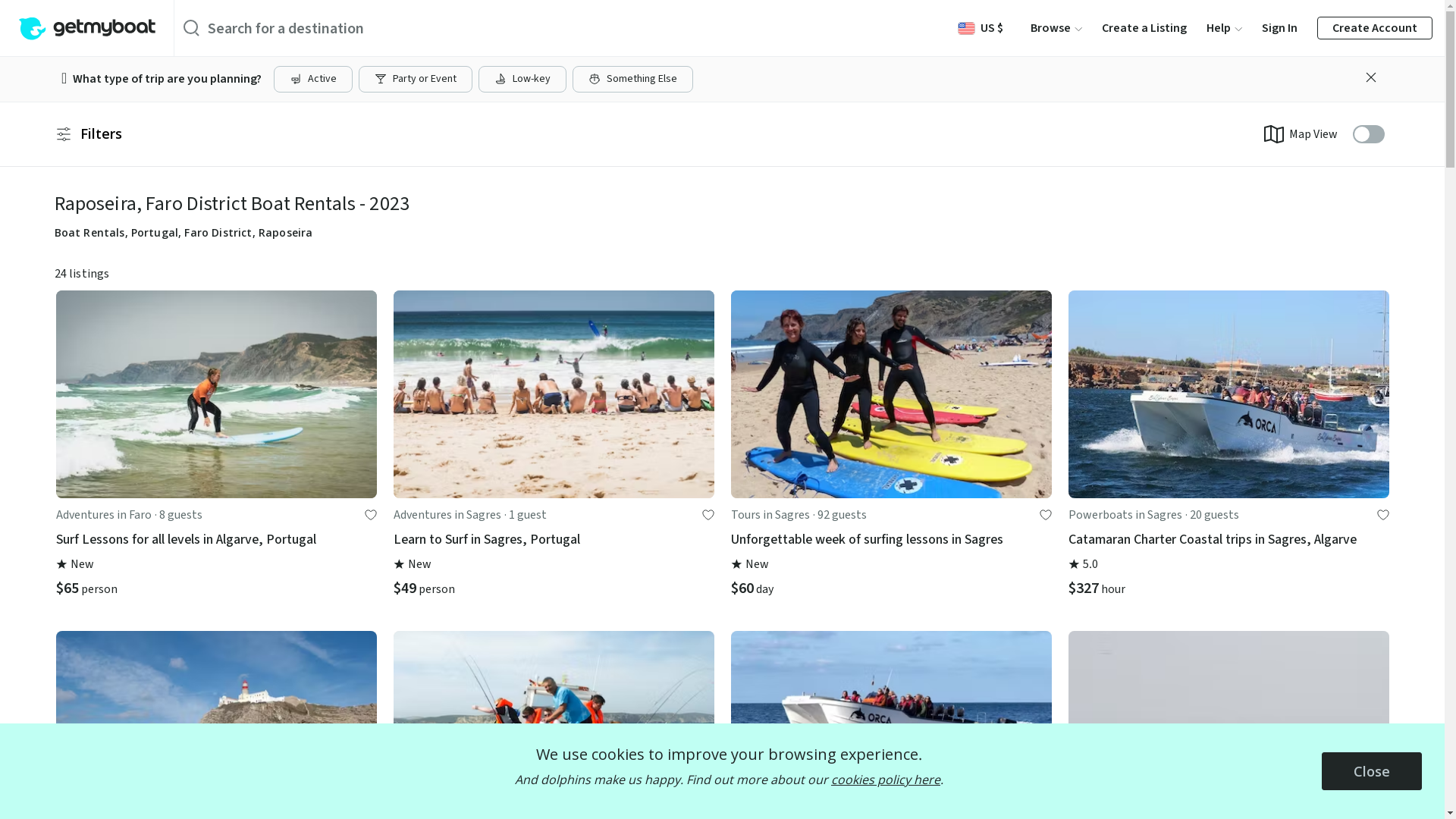  What do you see at coordinates (415, 79) in the screenshot?
I see `'Party or Event'` at bounding box center [415, 79].